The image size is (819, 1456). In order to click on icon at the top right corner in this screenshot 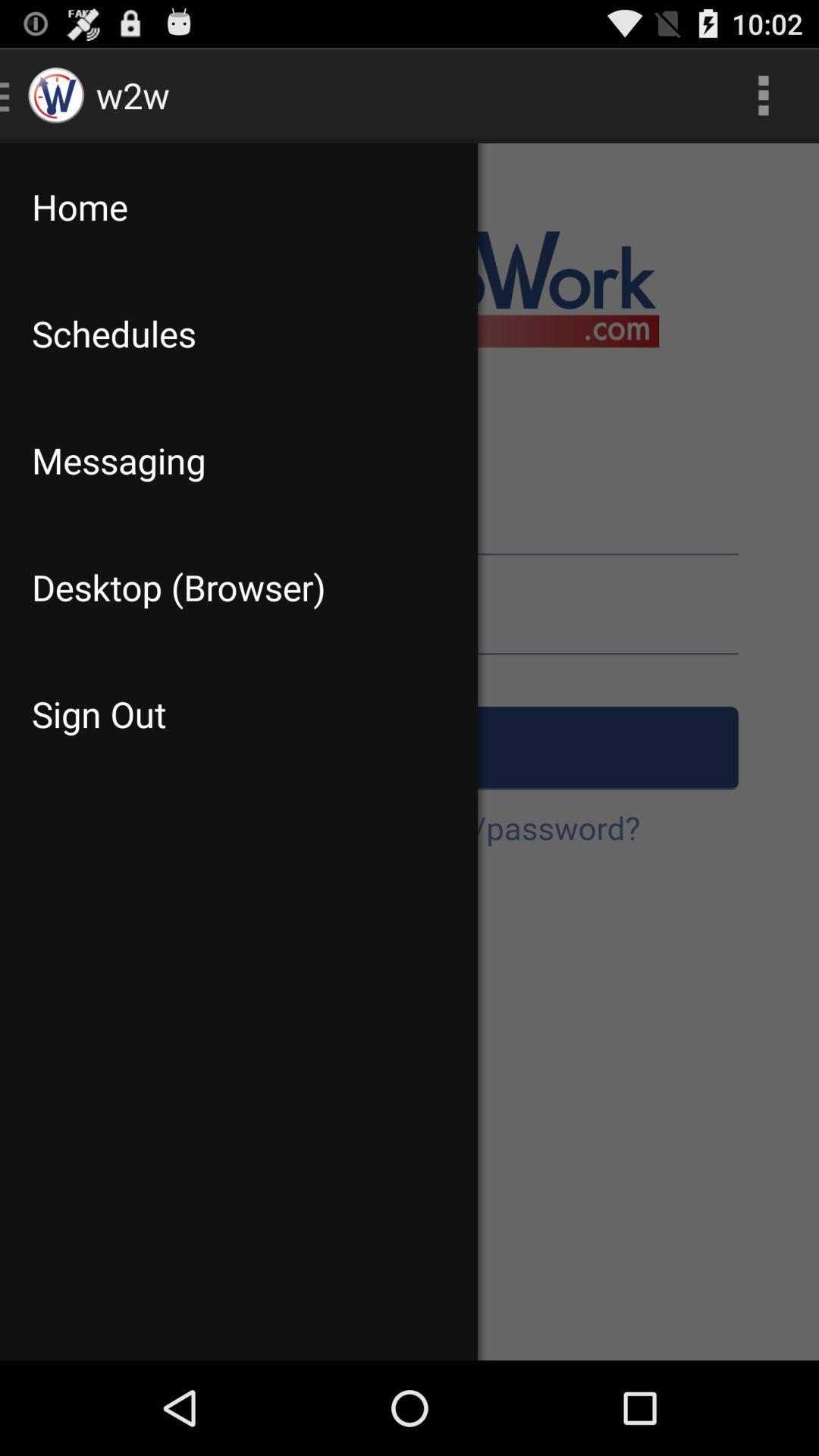, I will do `click(763, 94)`.